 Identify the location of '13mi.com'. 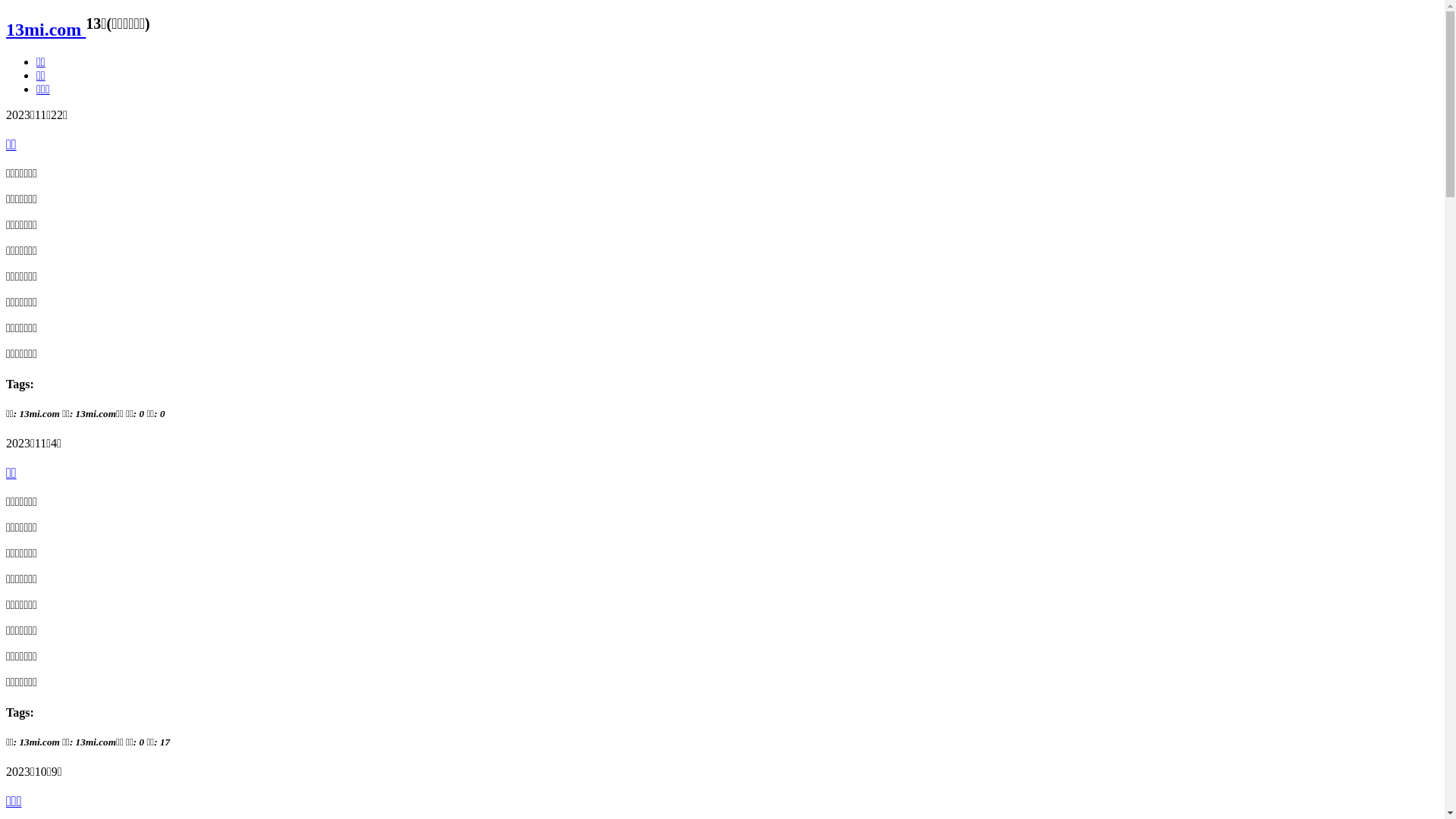
(45, 29).